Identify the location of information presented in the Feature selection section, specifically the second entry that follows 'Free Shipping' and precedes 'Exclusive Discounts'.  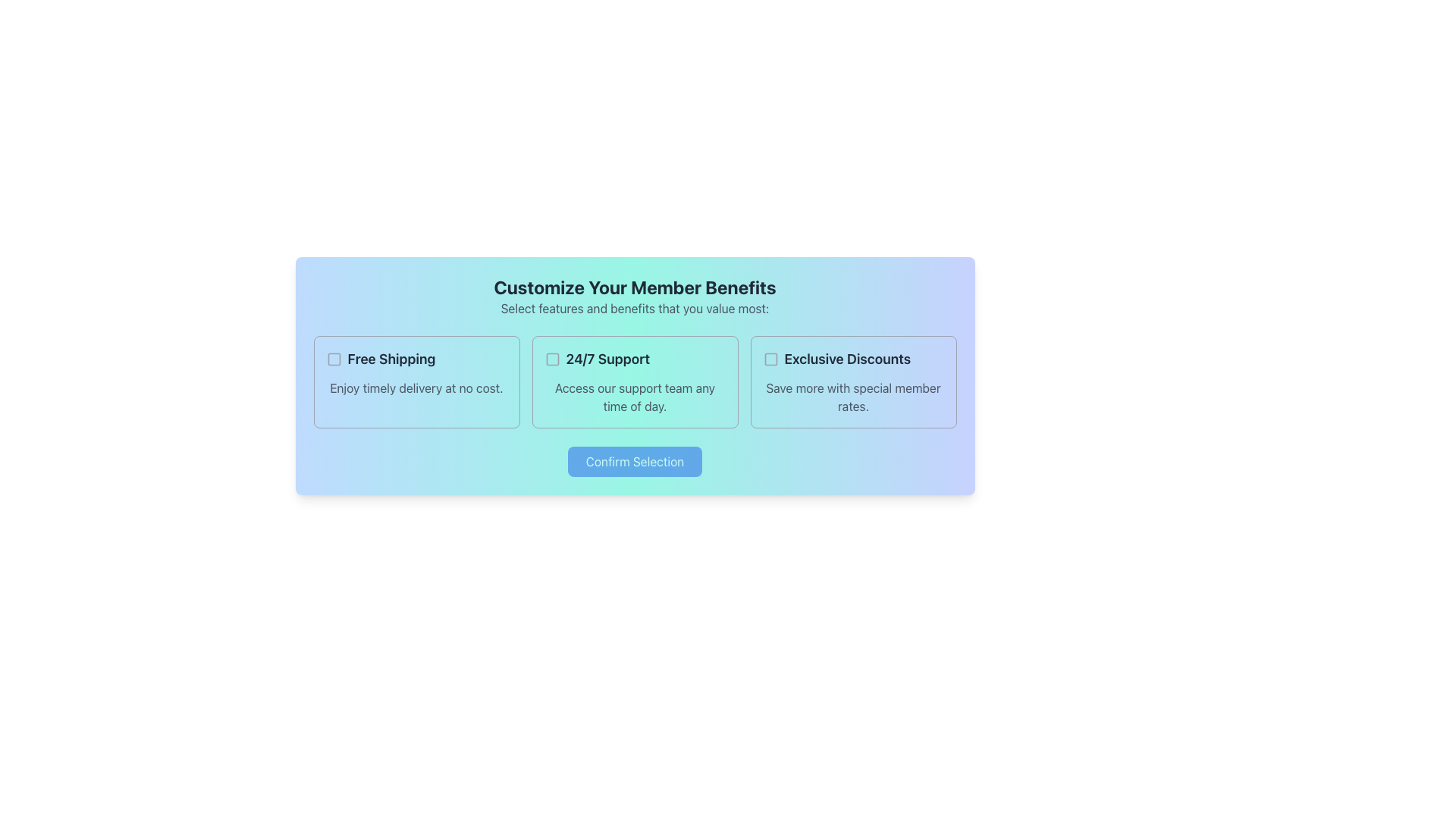
(635, 381).